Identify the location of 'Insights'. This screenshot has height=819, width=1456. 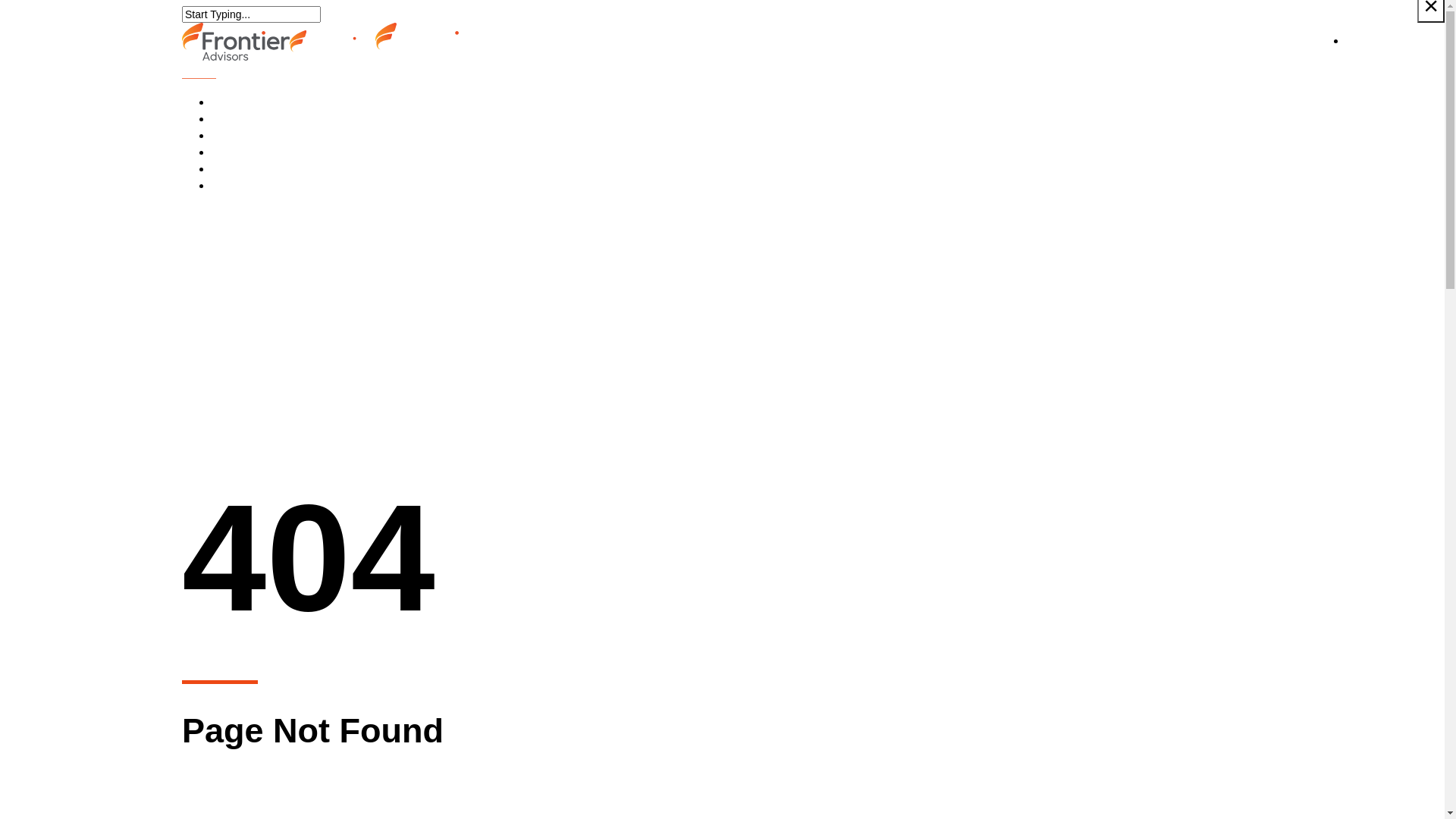
(211, 152).